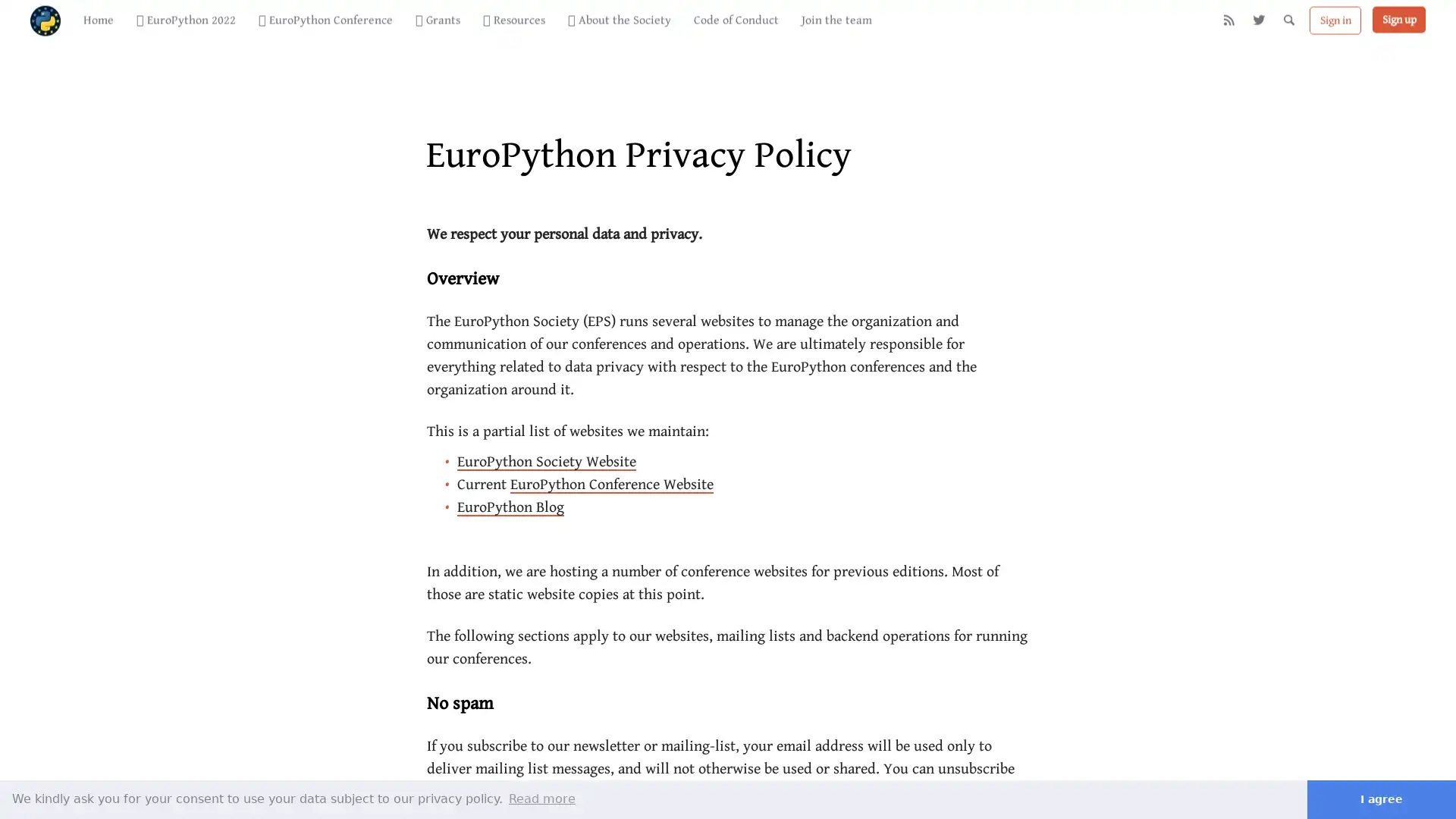 The height and width of the screenshot is (819, 1456). What do you see at coordinates (1398, 29) in the screenshot?
I see `Sign up` at bounding box center [1398, 29].